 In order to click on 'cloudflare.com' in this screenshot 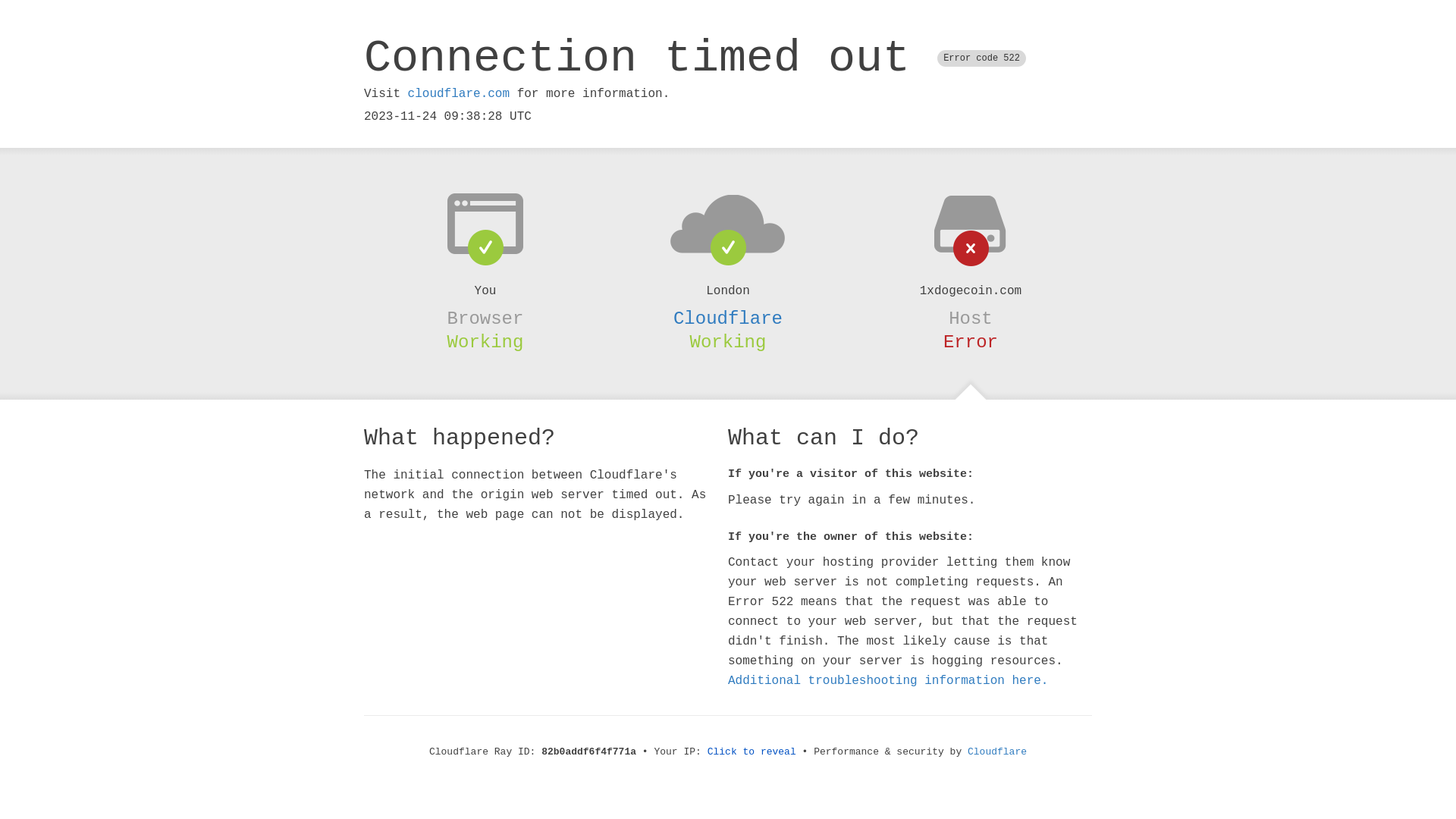, I will do `click(457, 93)`.